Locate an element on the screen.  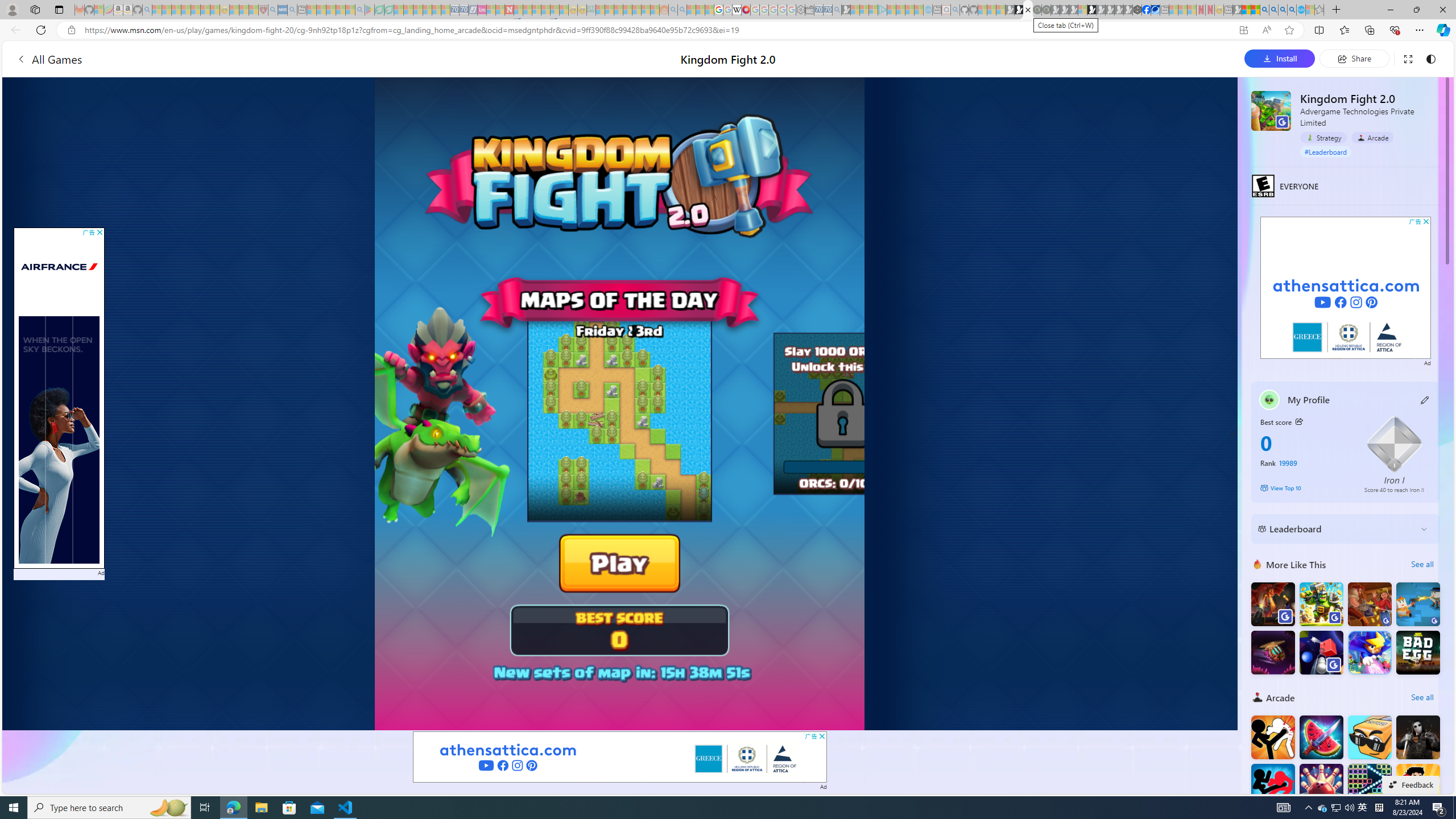
'Services - Maintenance | Sky Blue Bikes - Sky Blue Bikes' is located at coordinates (1300, 9).